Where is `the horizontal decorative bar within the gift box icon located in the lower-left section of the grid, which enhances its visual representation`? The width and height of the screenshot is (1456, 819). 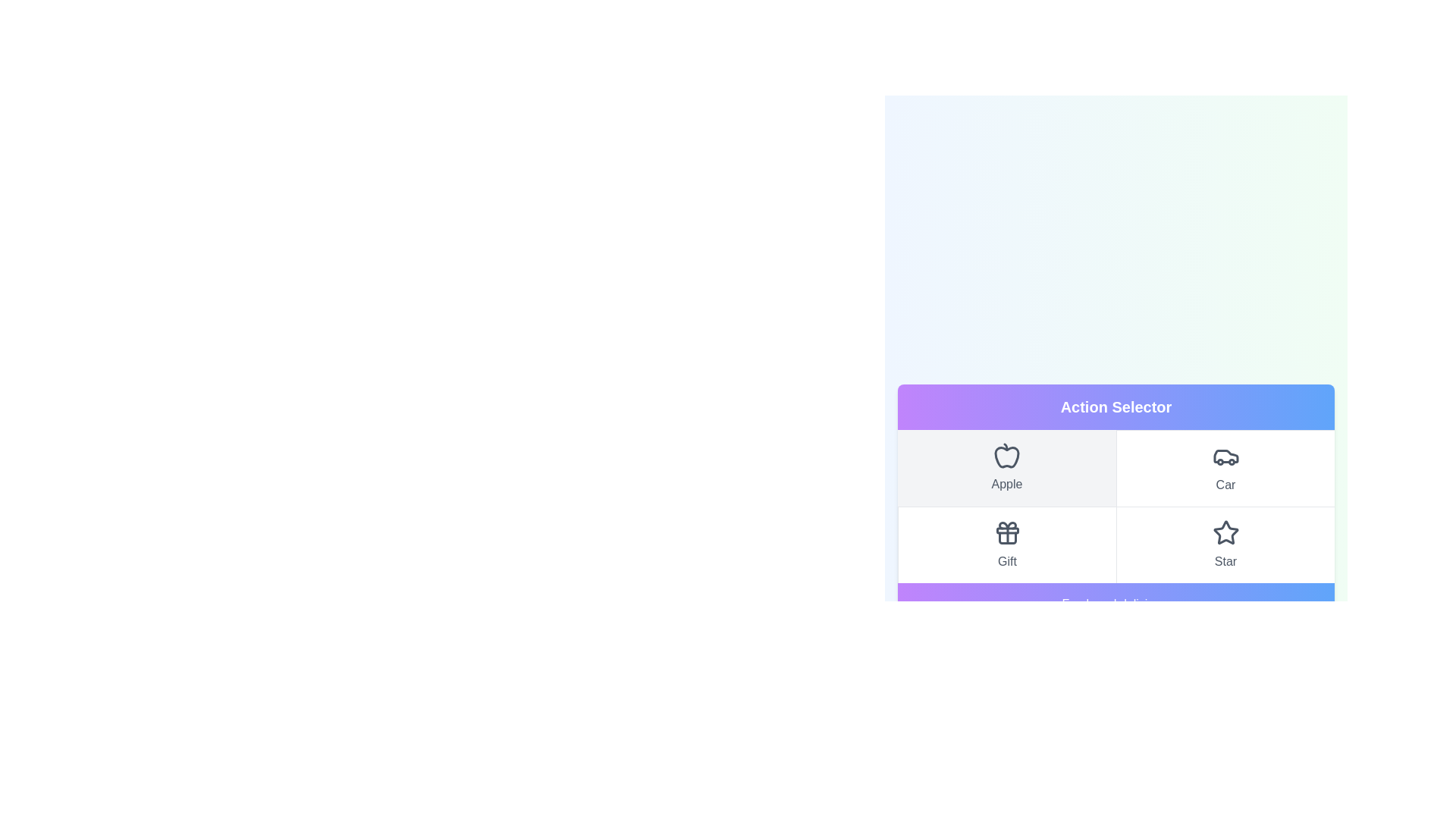 the horizontal decorative bar within the gift box icon located in the lower-left section of the grid, which enhances its visual representation is located at coordinates (1007, 529).